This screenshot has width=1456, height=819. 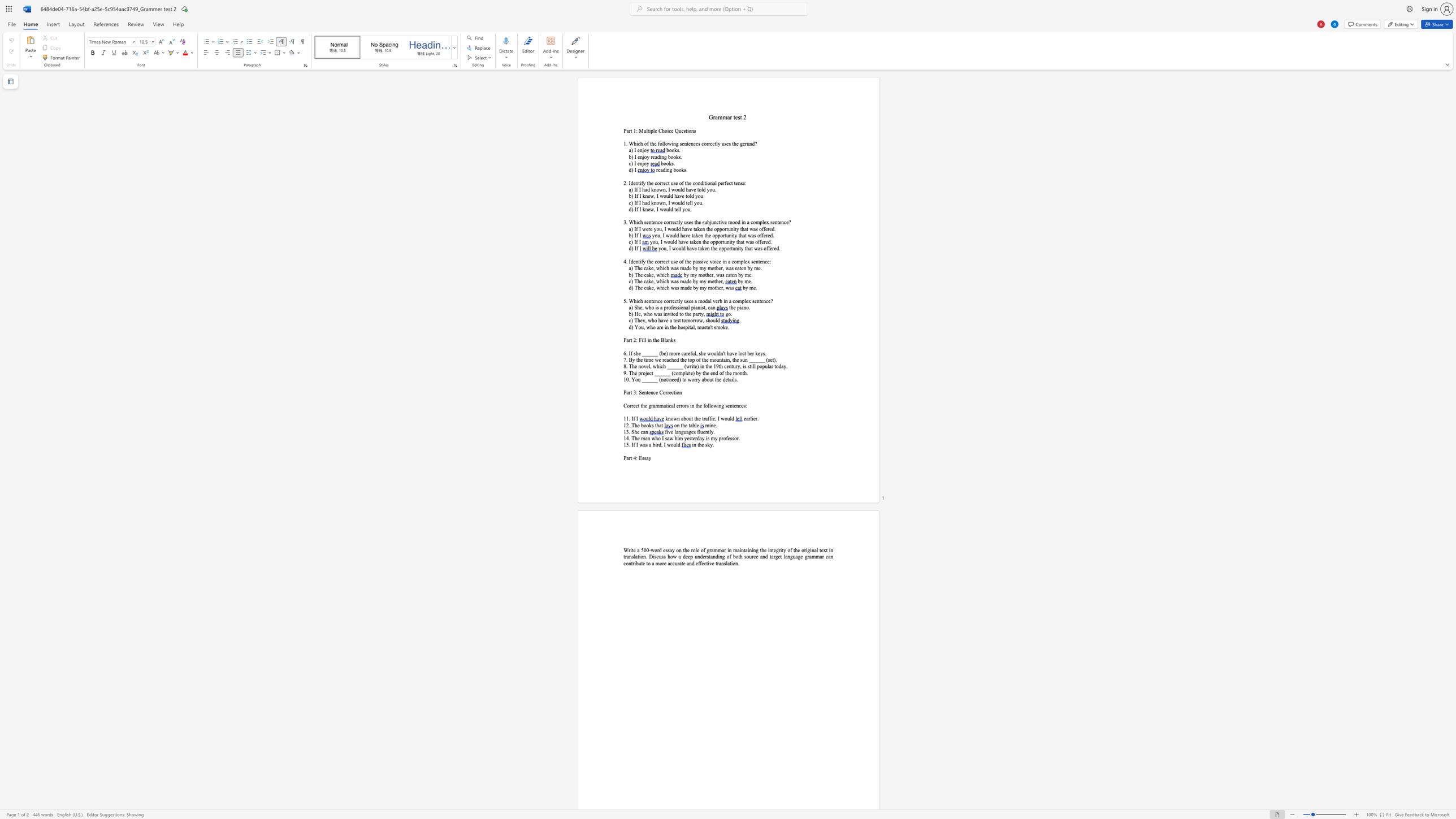 What do you see at coordinates (717, 301) in the screenshot?
I see `the space between the continuous character "e" and "r" in the text` at bounding box center [717, 301].